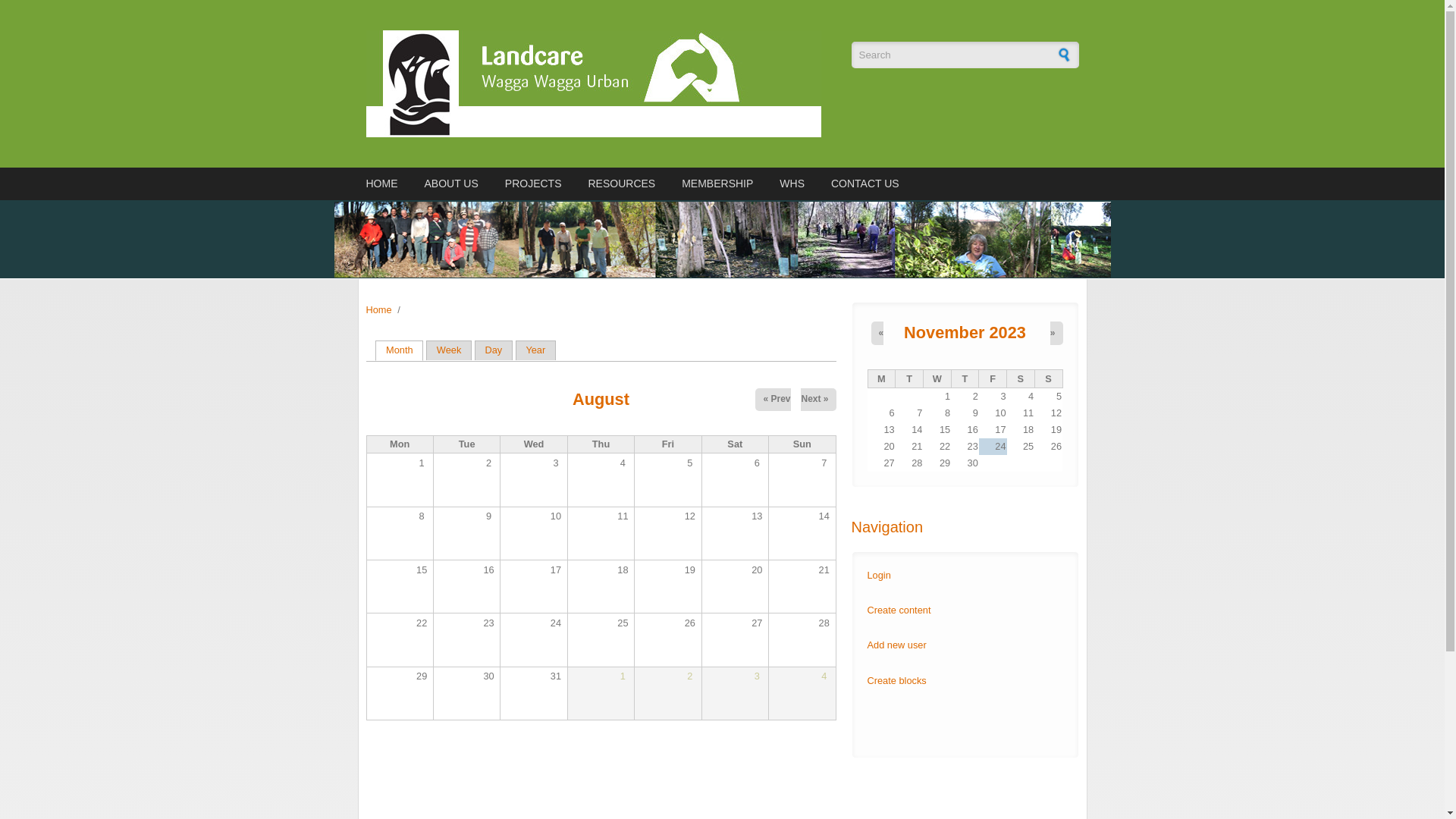 This screenshot has width=1456, height=819. I want to click on 'WHS', so click(791, 183).